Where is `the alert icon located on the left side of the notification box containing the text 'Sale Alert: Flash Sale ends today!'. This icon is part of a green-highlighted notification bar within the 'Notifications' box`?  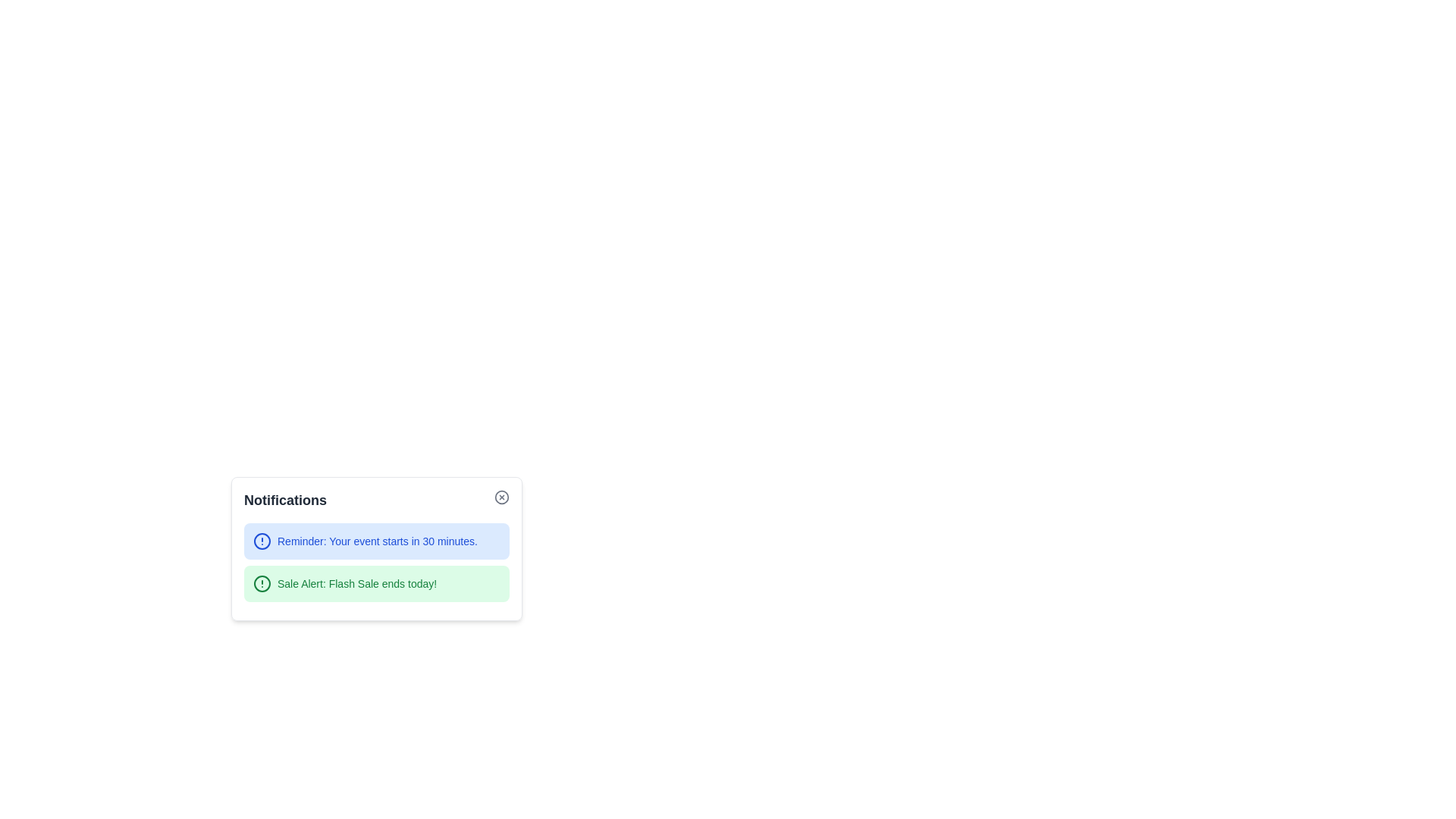 the alert icon located on the left side of the notification box containing the text 'Sale Alert: Flash Sale ends today!'. This icon is part of a green-highlighted notification bar within the 'Notifications' box is located at coordinates (262, 583).